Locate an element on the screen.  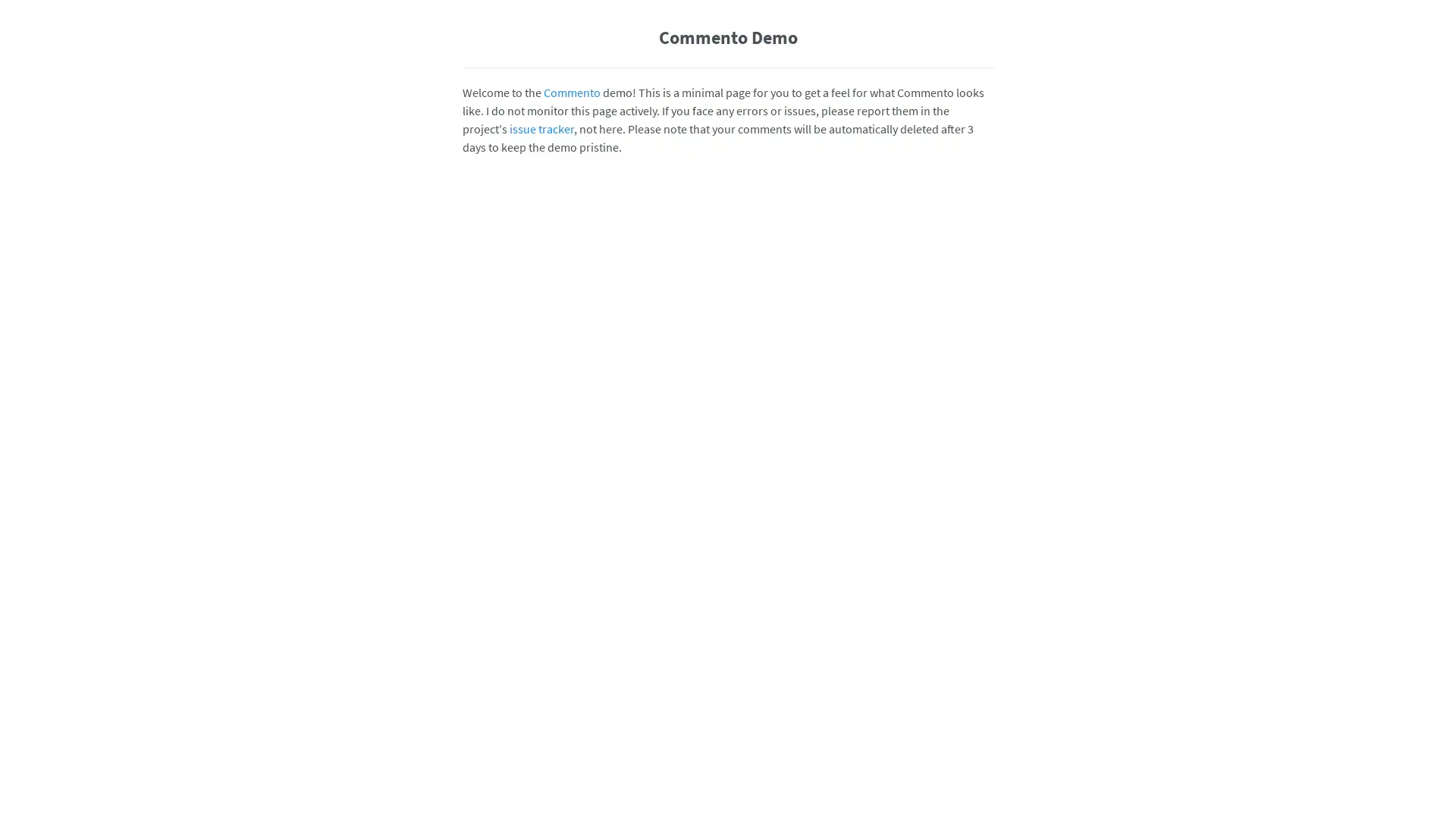
Downvote is located at coordinates (959, 549).